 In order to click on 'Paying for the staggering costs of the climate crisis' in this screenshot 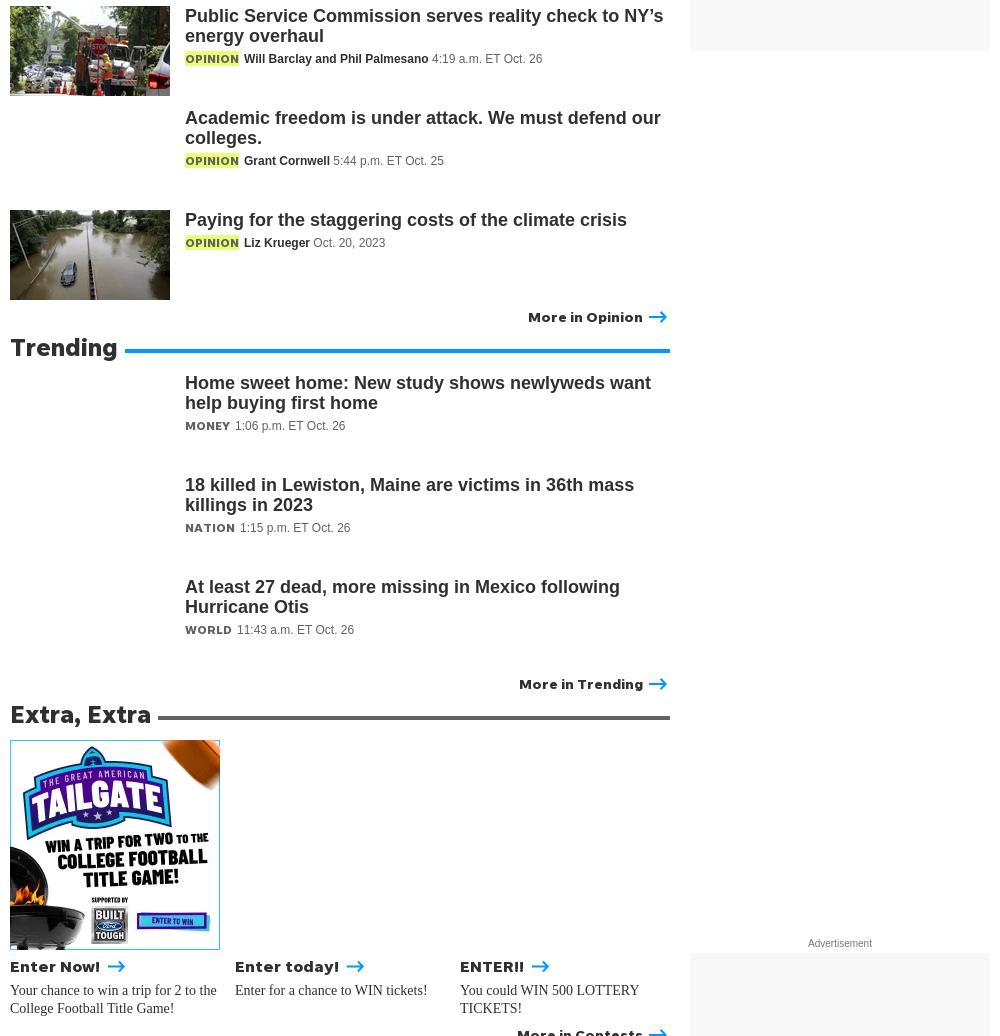, I will do `click(408, 220)`.